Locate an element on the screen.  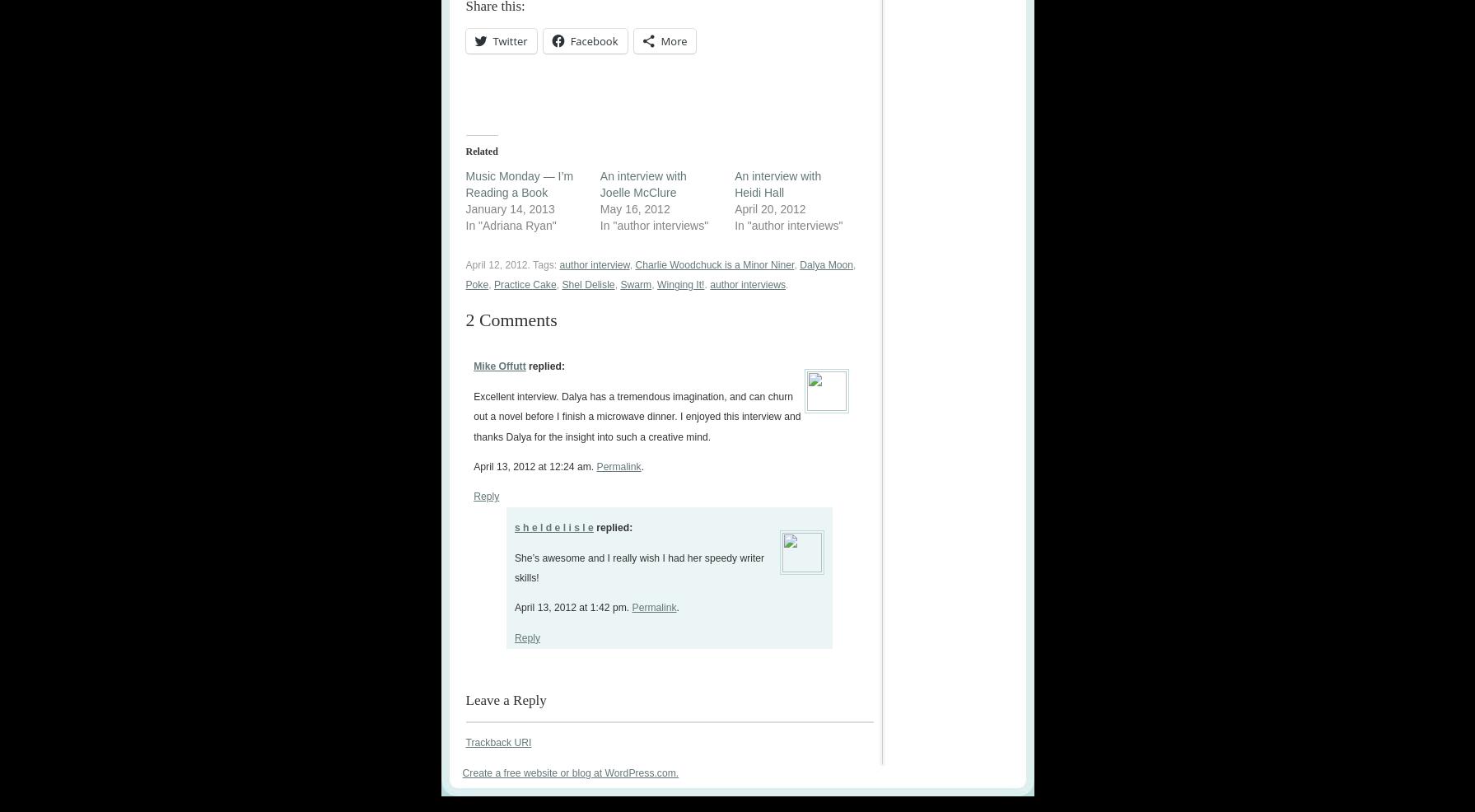
'Related' is located at coordinates (465, 150).